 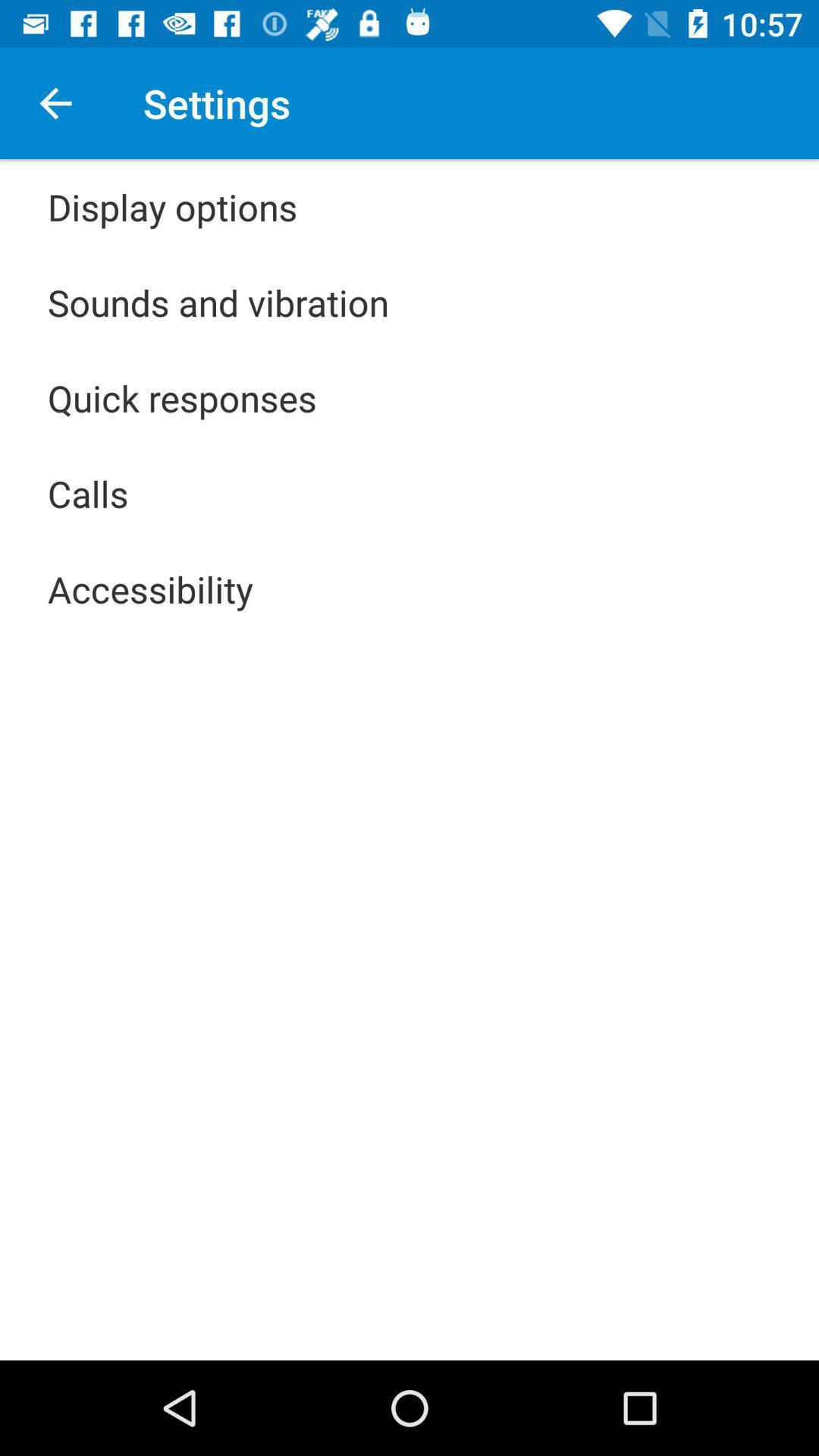 I want to click on the accessibility icon, so click(x=150, y=588).